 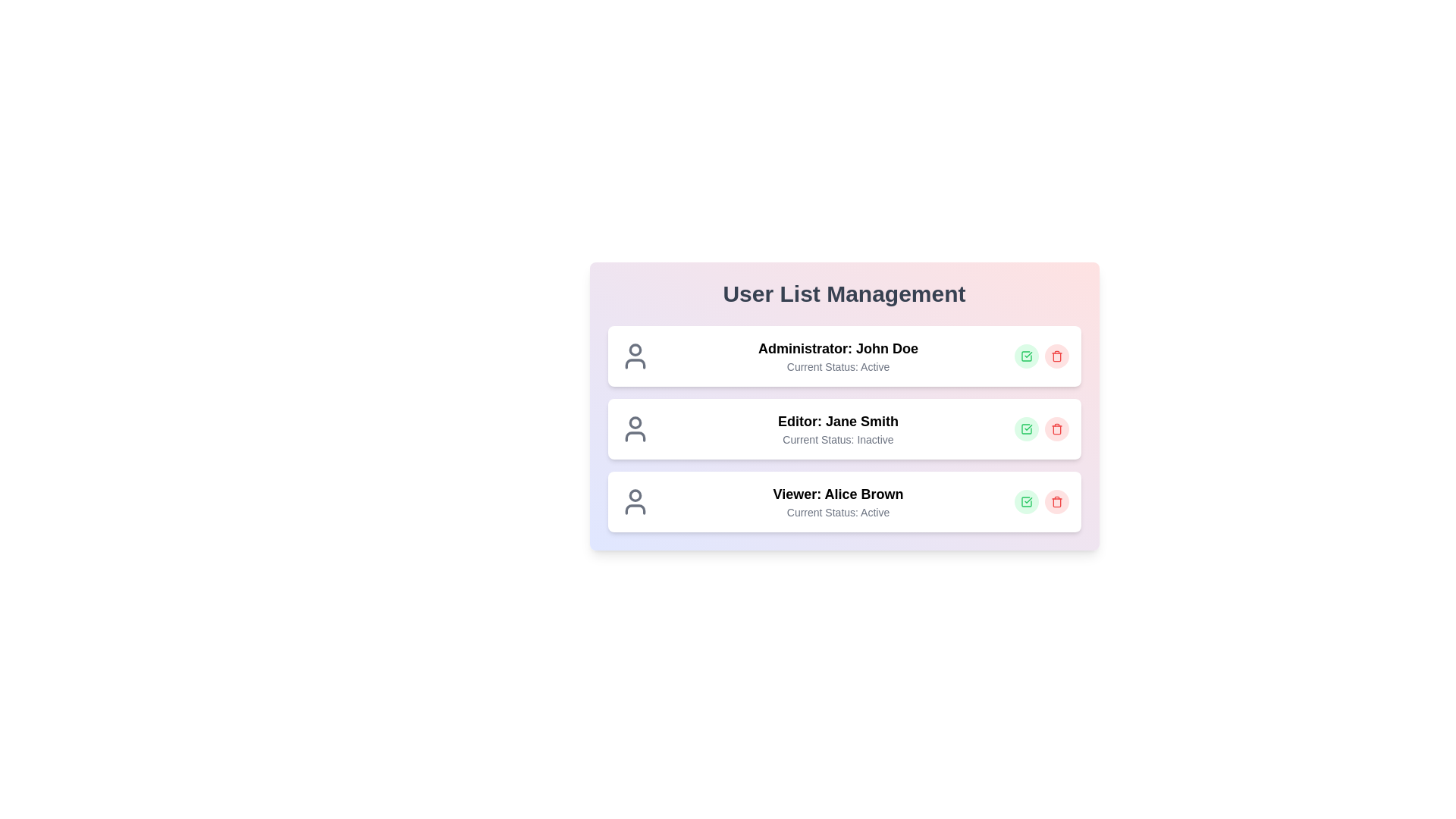 I want to click on the red trash can icon, which is the second icon in the delete and confirmation functions for 'Administrator: John Doe', to potentially see a tooltip, so click(x=1056, y=356).